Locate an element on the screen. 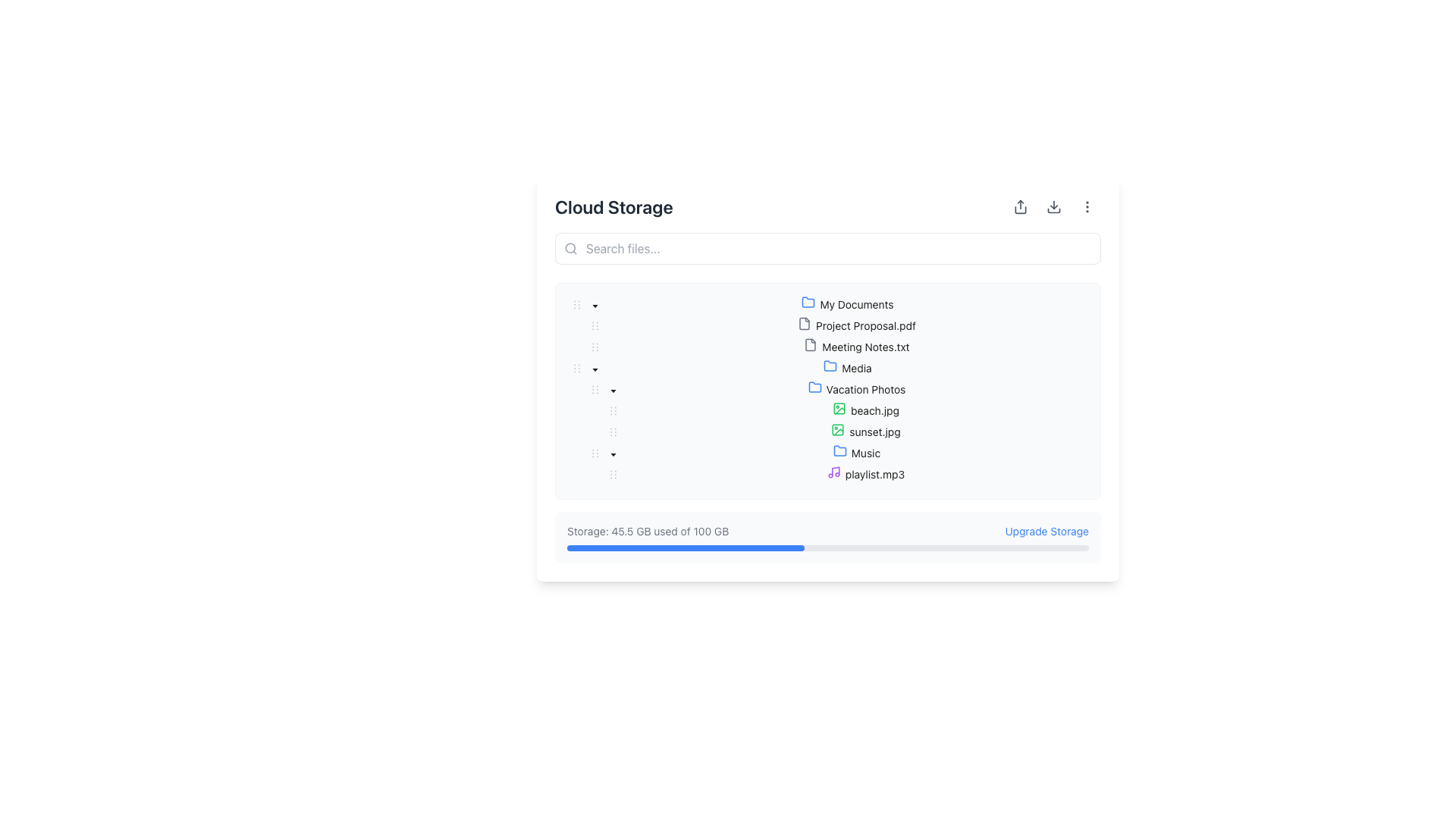 The image size is (1456, 819). the audio file icon representing 'playlist.mp3', which is located in the 'My Documents > Media > Vacation Photos > Music' folder structure, positioned to the left of the text entry is located at coordinates (835, 473).